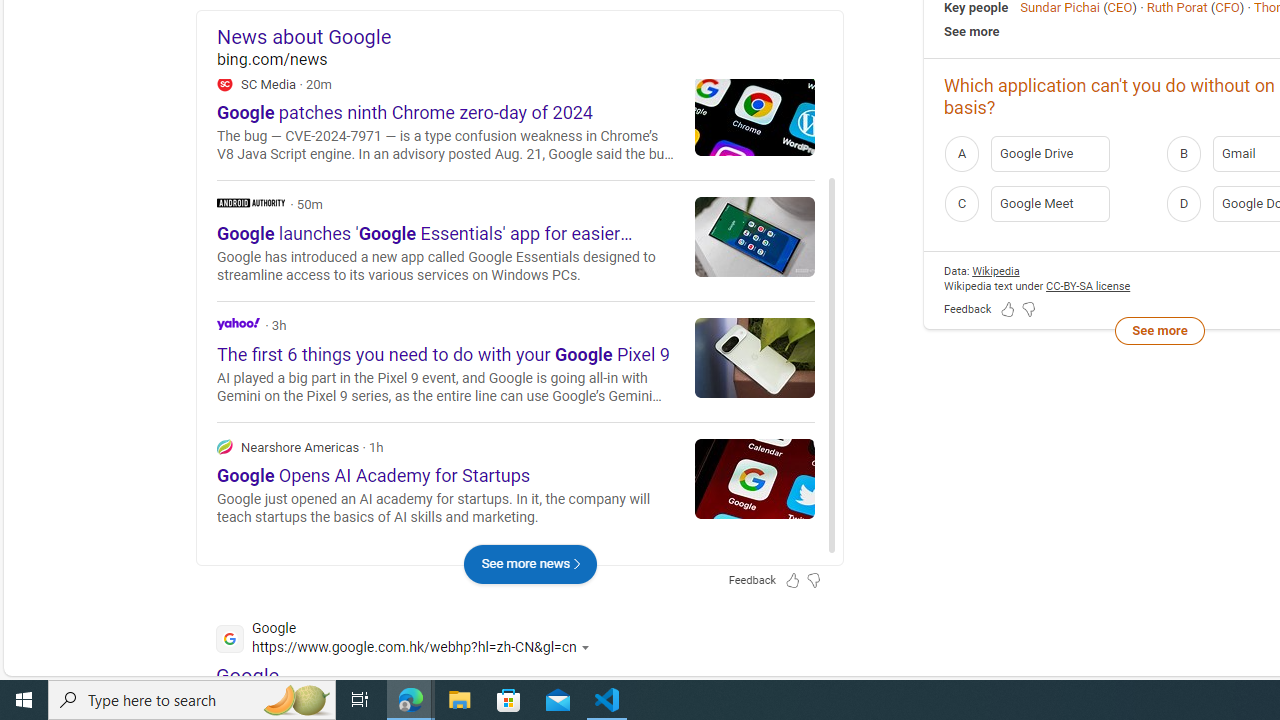 This screenshot has height=720, width=1280. Describe the element at coordinates (225, 82) in the screenshot. I see `'SC Media'` at that location.